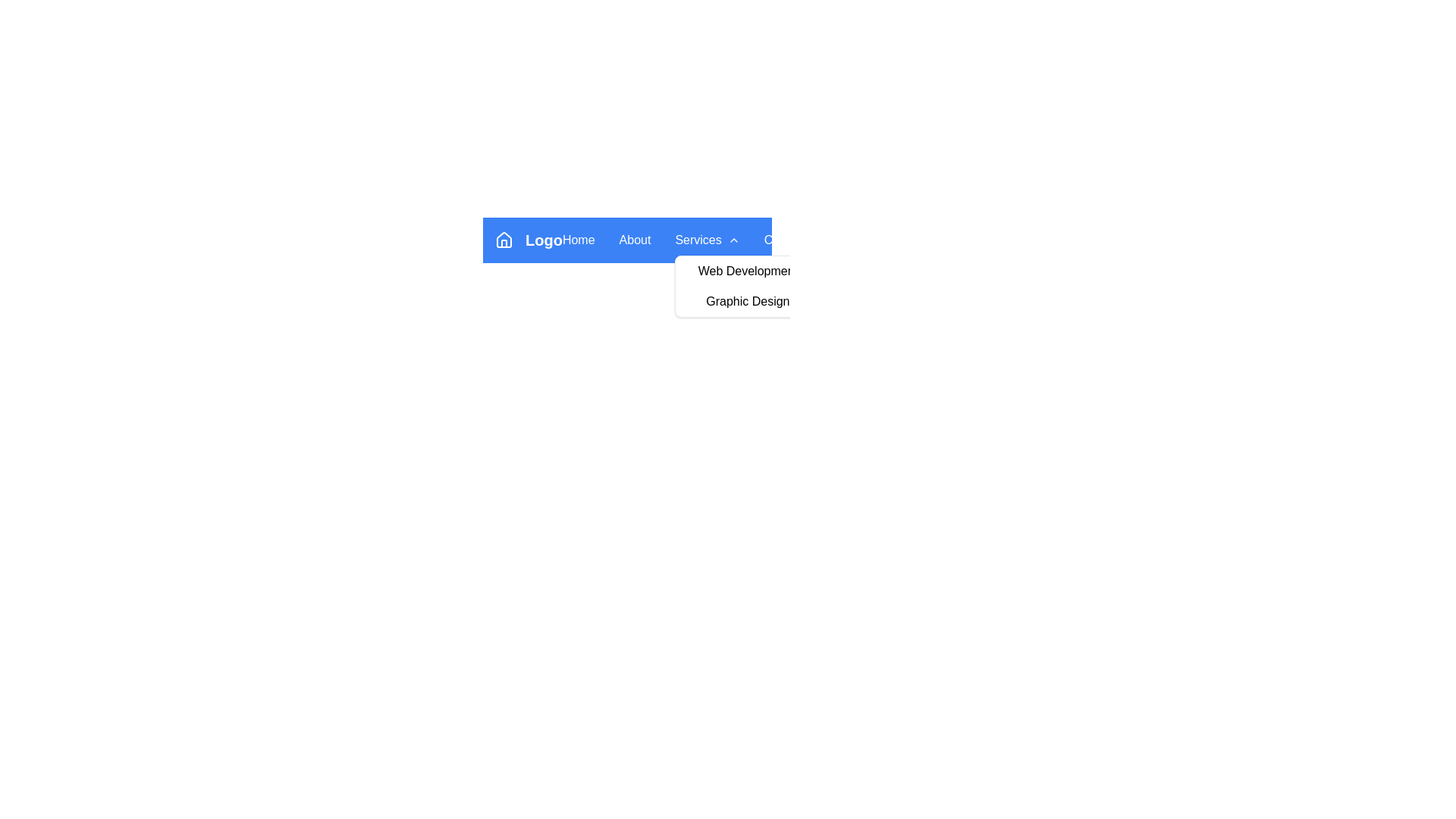  Describe the element at coordinates (544, 239) in the screenshot. I see `the bold and large 'Logo' text label displayed in white on a blue background` at that location.